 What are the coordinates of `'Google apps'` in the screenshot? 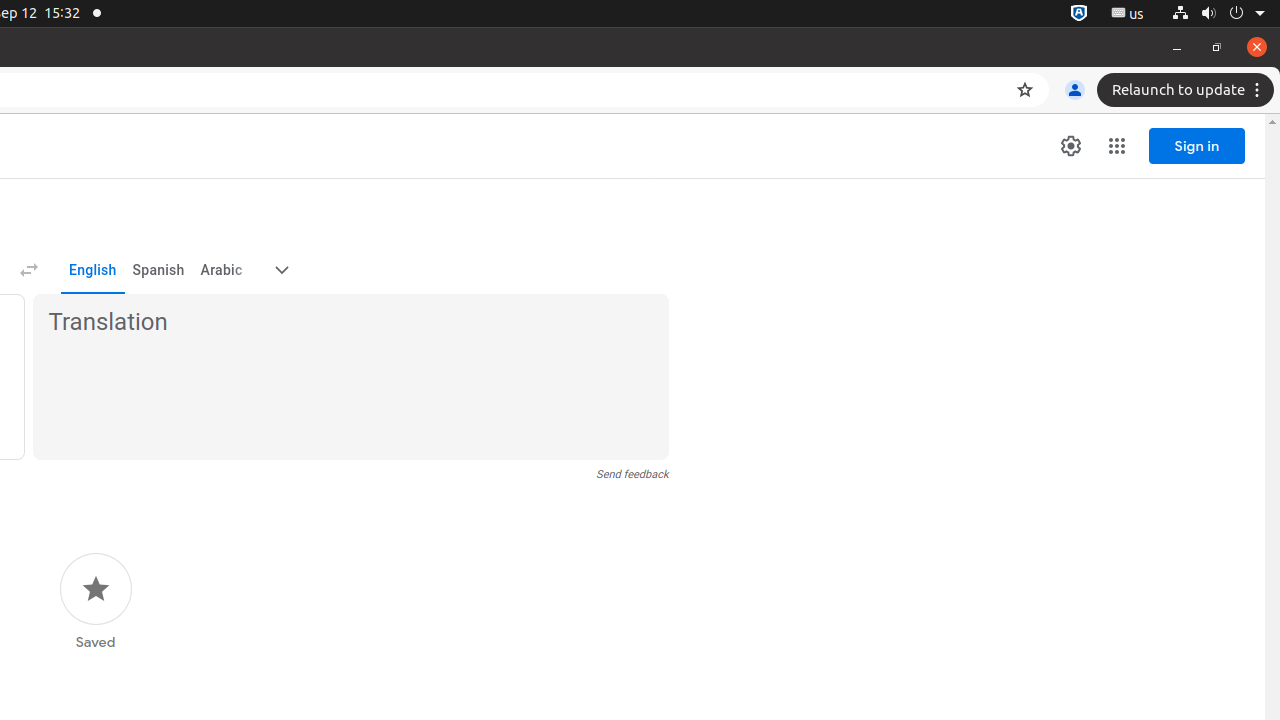 It's located at (1116, 145).